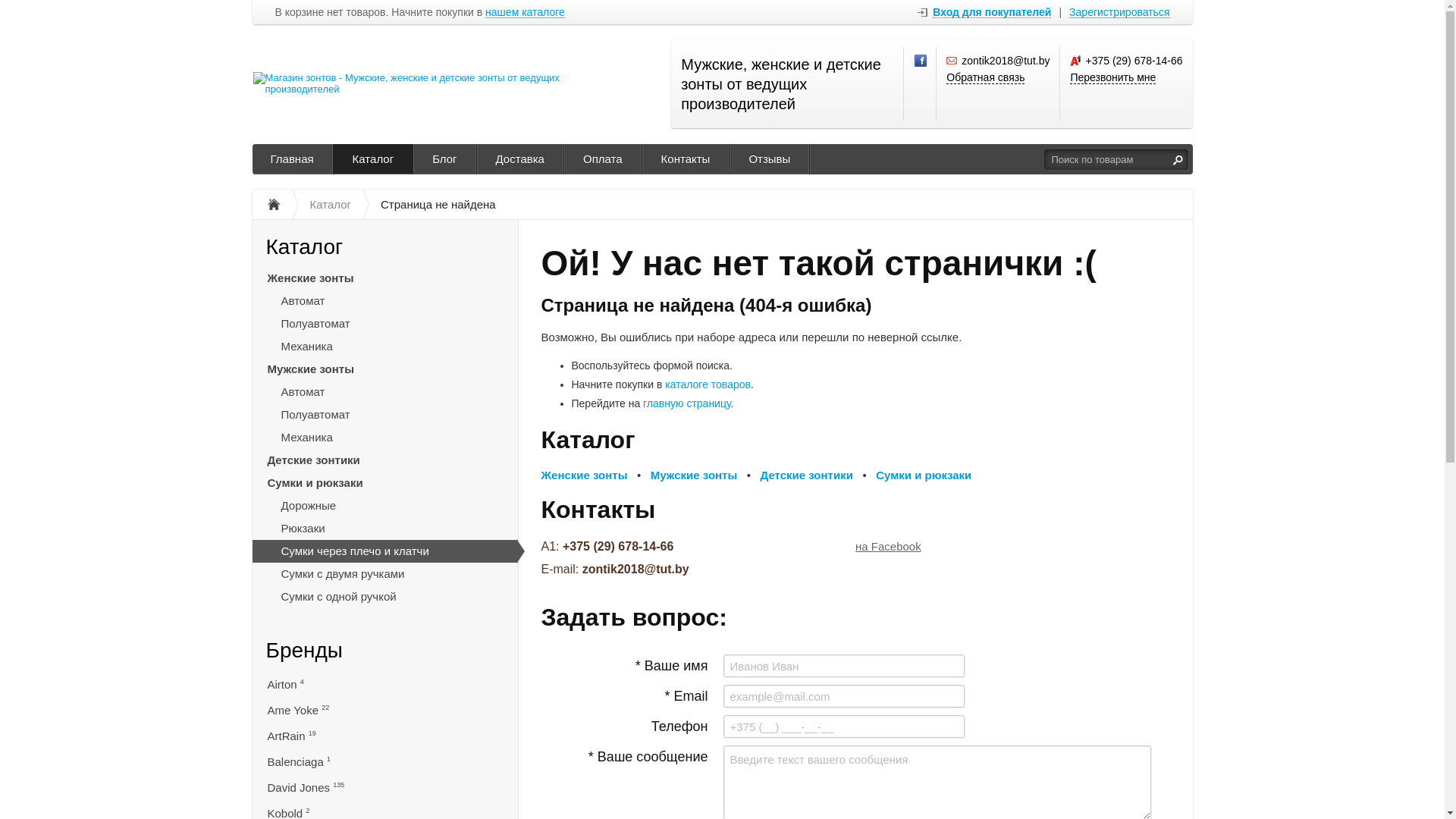 Image resolution: width=1456 pixels, height=819 pixels. I want to click on 'Balenciaga 1', so click(384, 760).